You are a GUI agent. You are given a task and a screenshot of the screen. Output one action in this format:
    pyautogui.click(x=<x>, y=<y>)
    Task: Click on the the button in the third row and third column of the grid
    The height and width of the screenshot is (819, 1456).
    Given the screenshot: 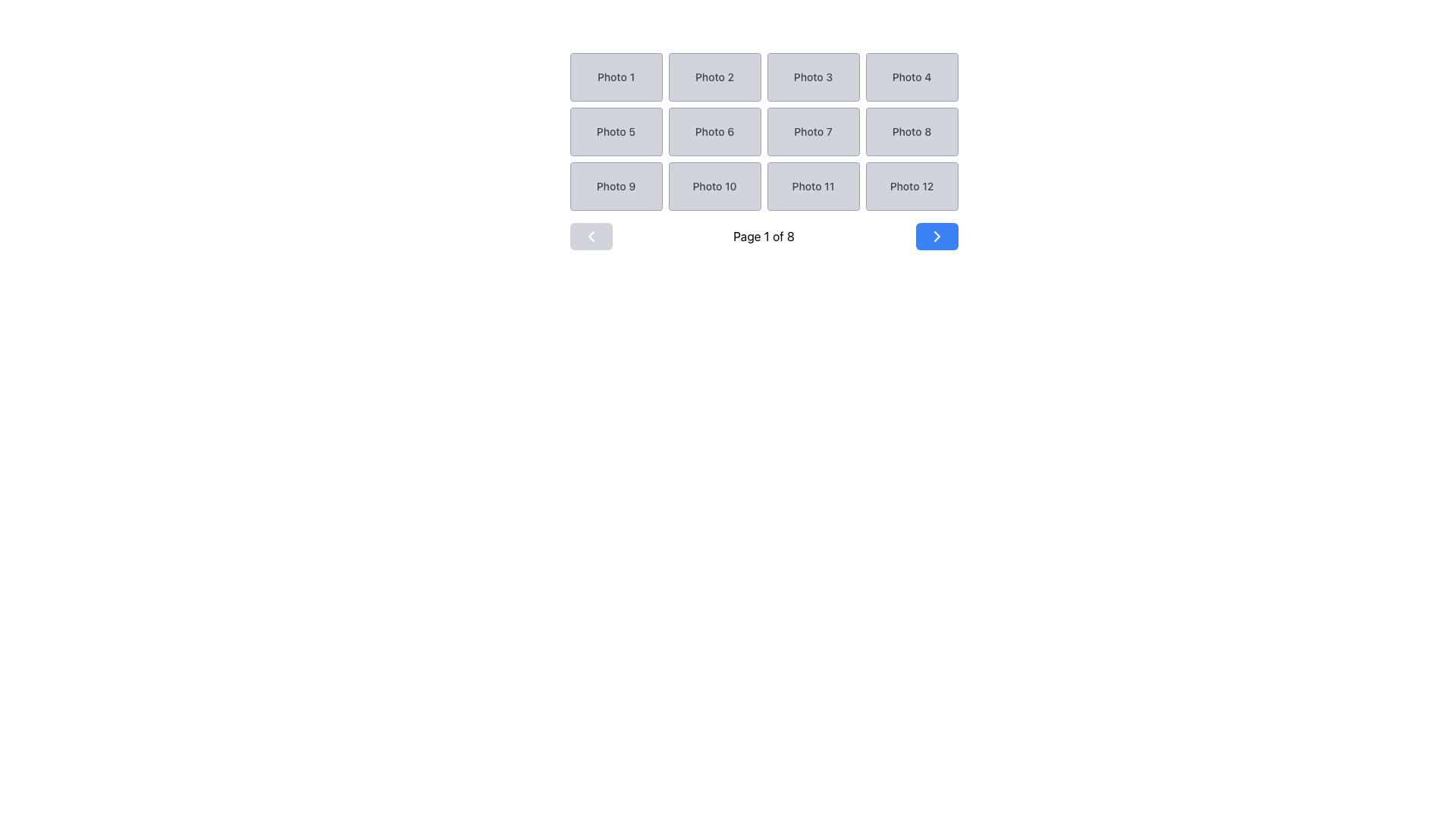 What is the action you would take?
    pyautogui.click(x=812, y=186)
    